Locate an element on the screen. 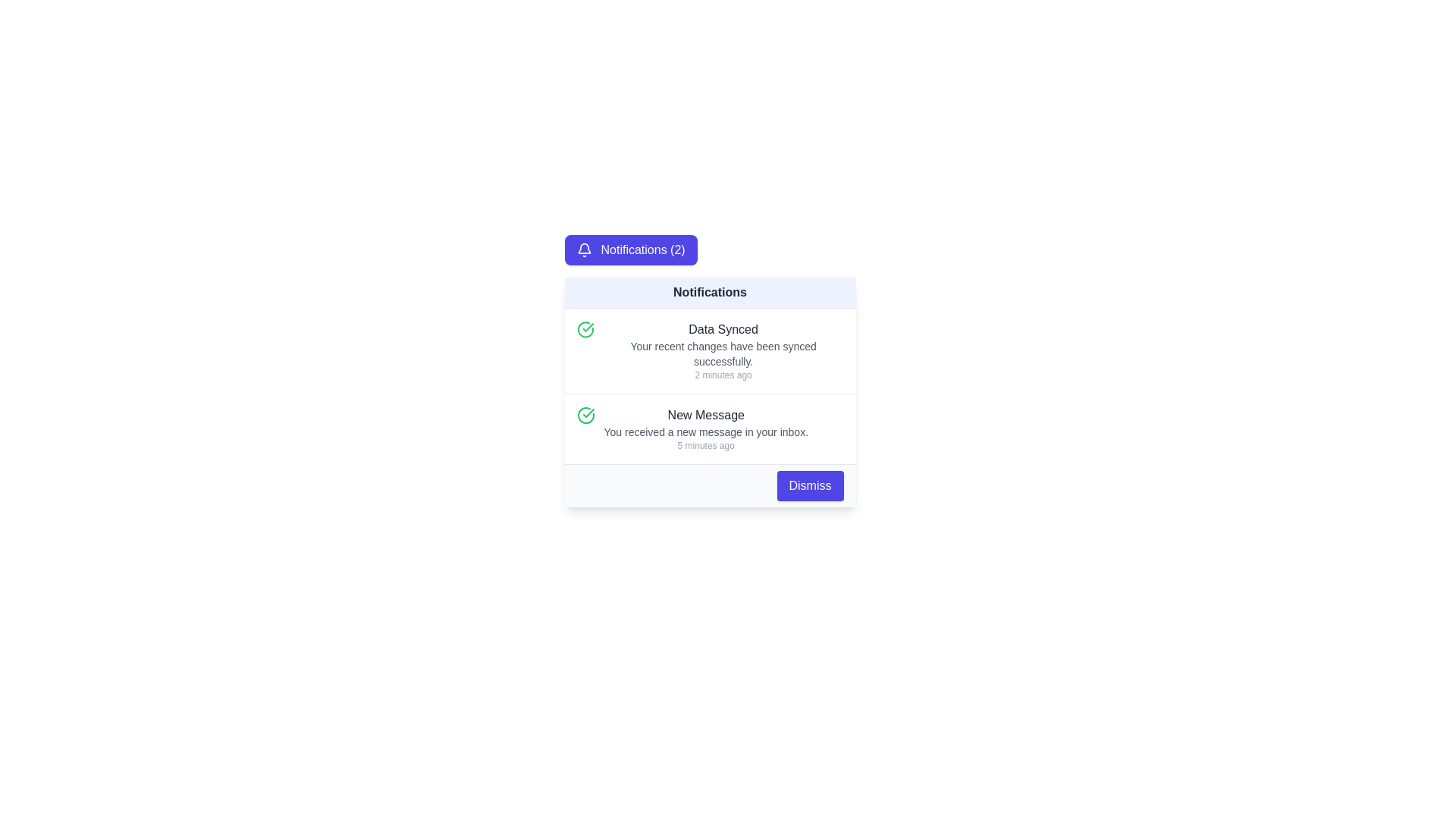  the green checkmark icon within a circle, located to the left of the 'Data Synced' notification title is located at coordinates (585, 329).